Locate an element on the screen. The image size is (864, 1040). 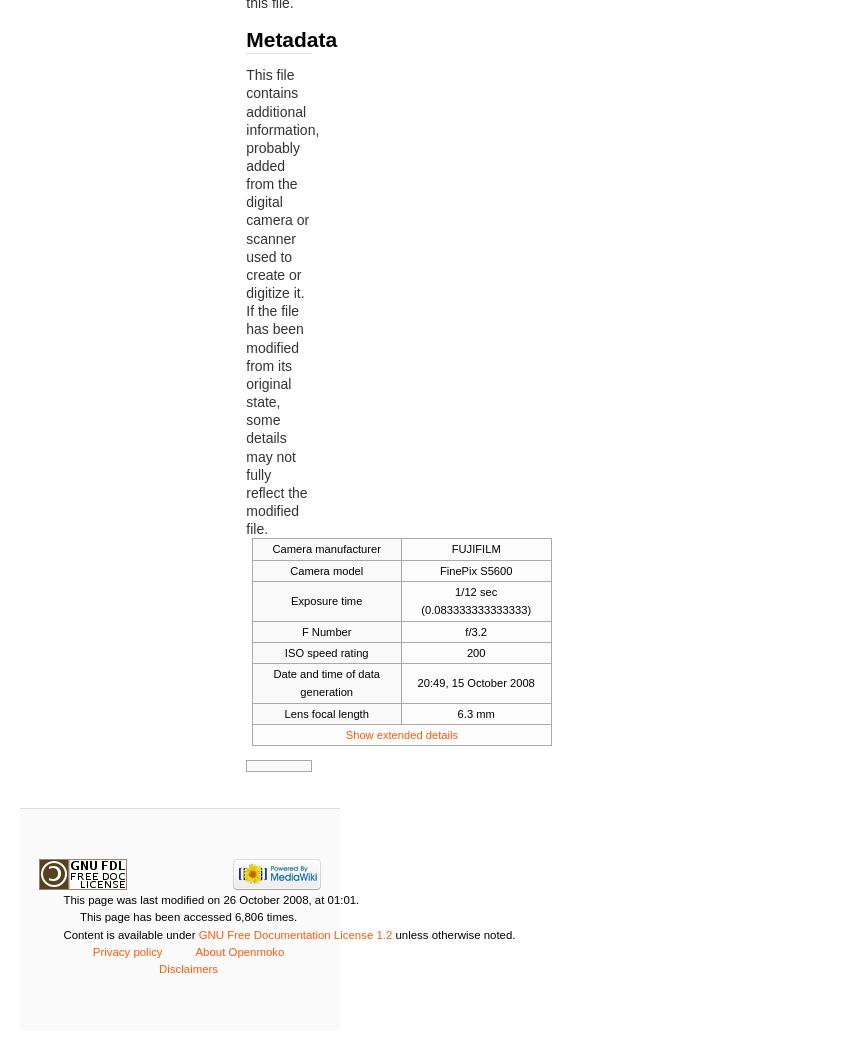
'This page has been accessed 6,806 times.' is located at coordinates (187, 916).